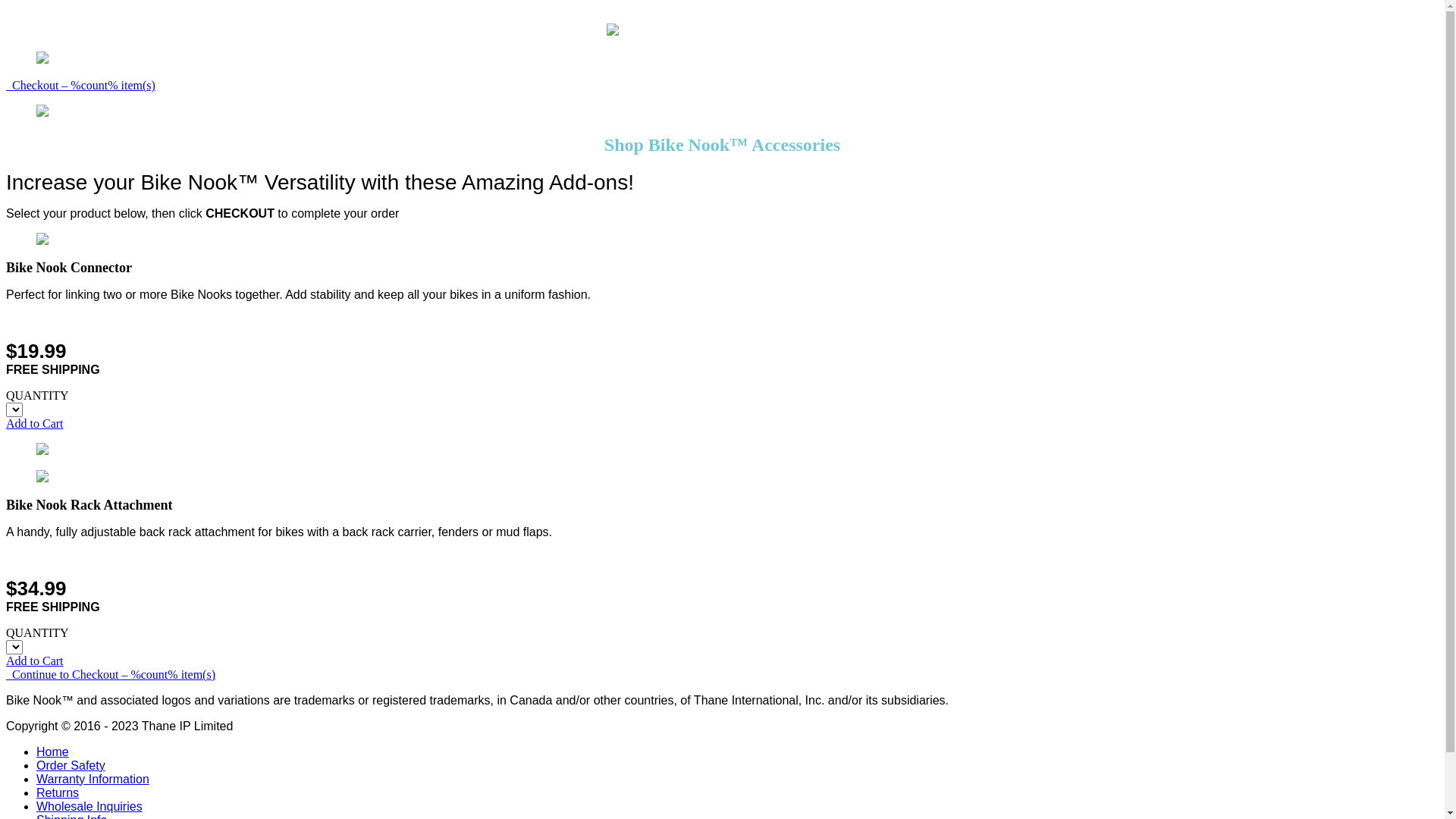  Describe the element at coordinates (35, 423) in the screenshot. I see `'Add to Cart'` at that location.